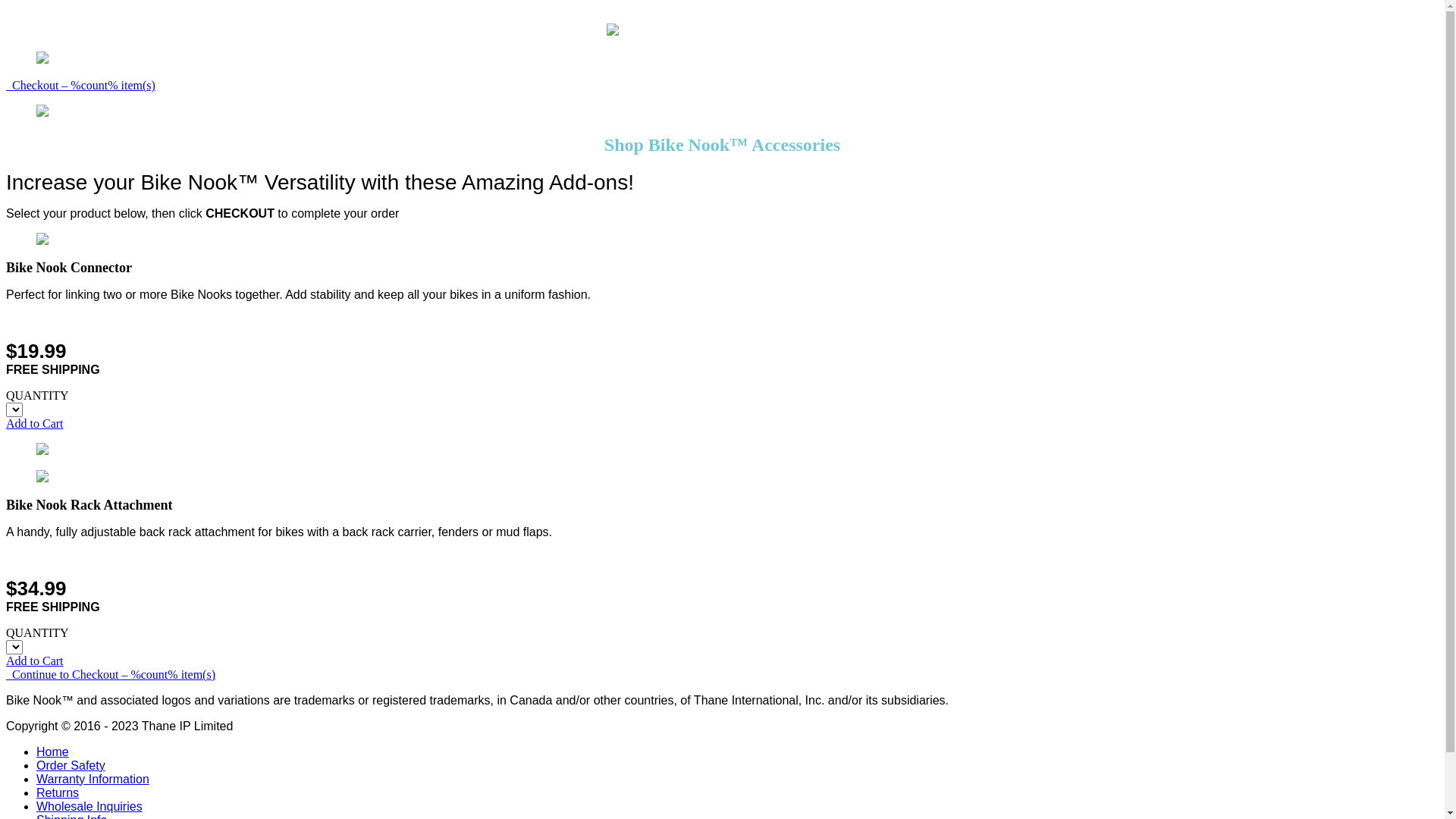  Describe the element at coordinates (35, 423) in the screenshot. I see `'Add to Cart'` at that location.